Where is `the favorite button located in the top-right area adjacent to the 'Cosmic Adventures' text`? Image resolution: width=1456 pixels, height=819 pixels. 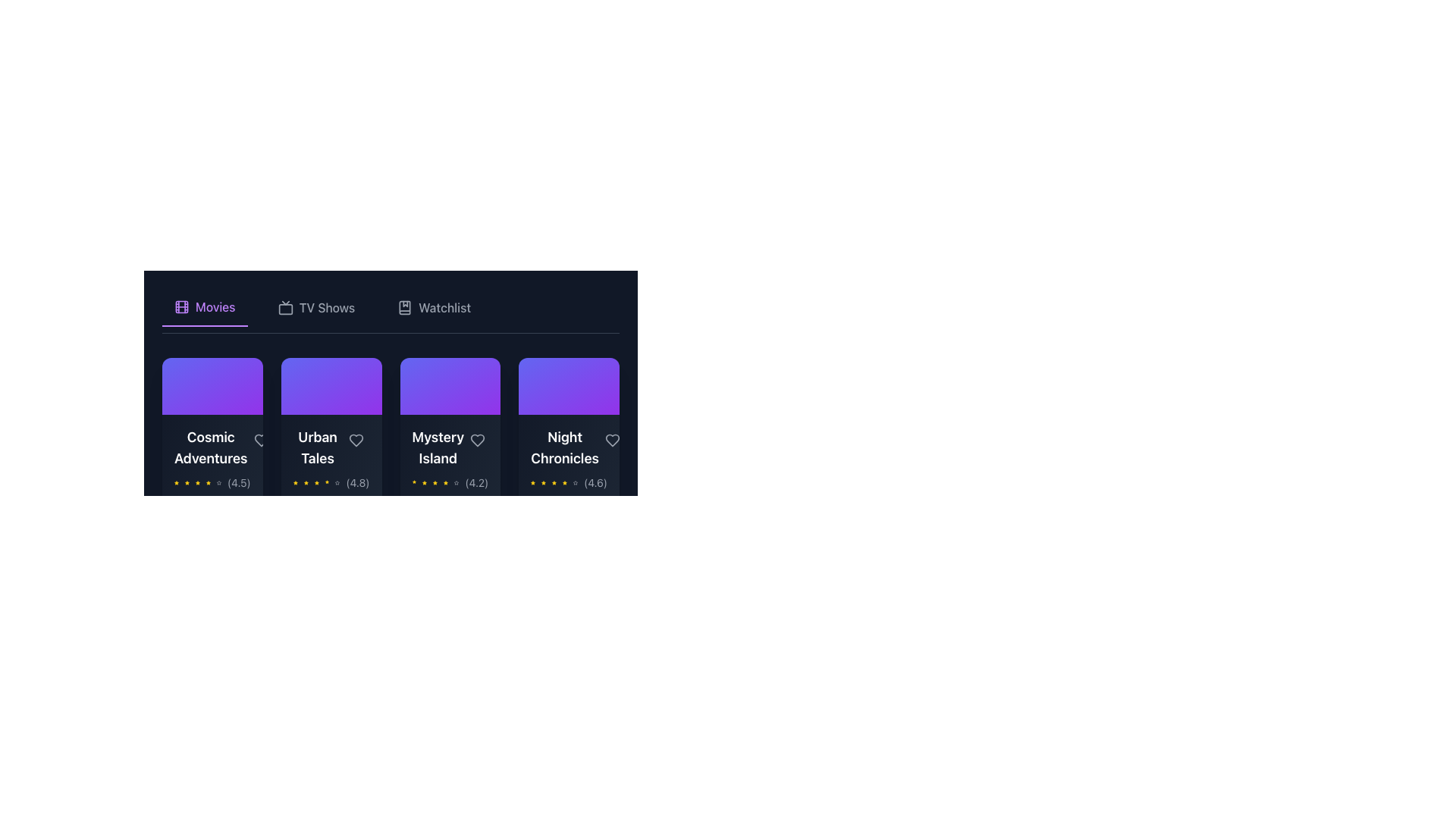 the favorite button located in the top-right area adjacent to the 'Cosmic Adventures' text is located at coordinates (261, 440).